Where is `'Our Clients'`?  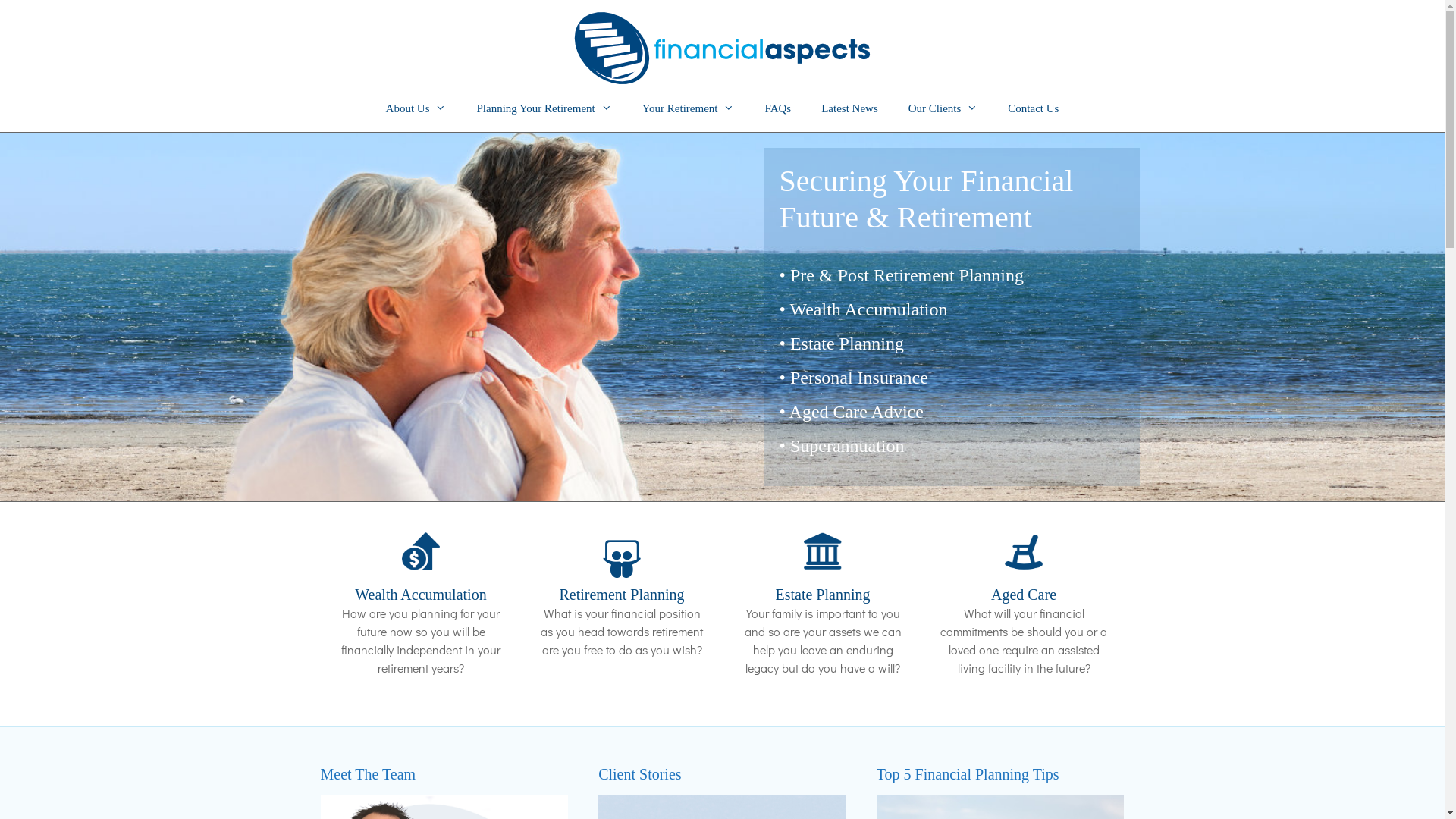 'Our Clients' is located at coordinates (942, 107).